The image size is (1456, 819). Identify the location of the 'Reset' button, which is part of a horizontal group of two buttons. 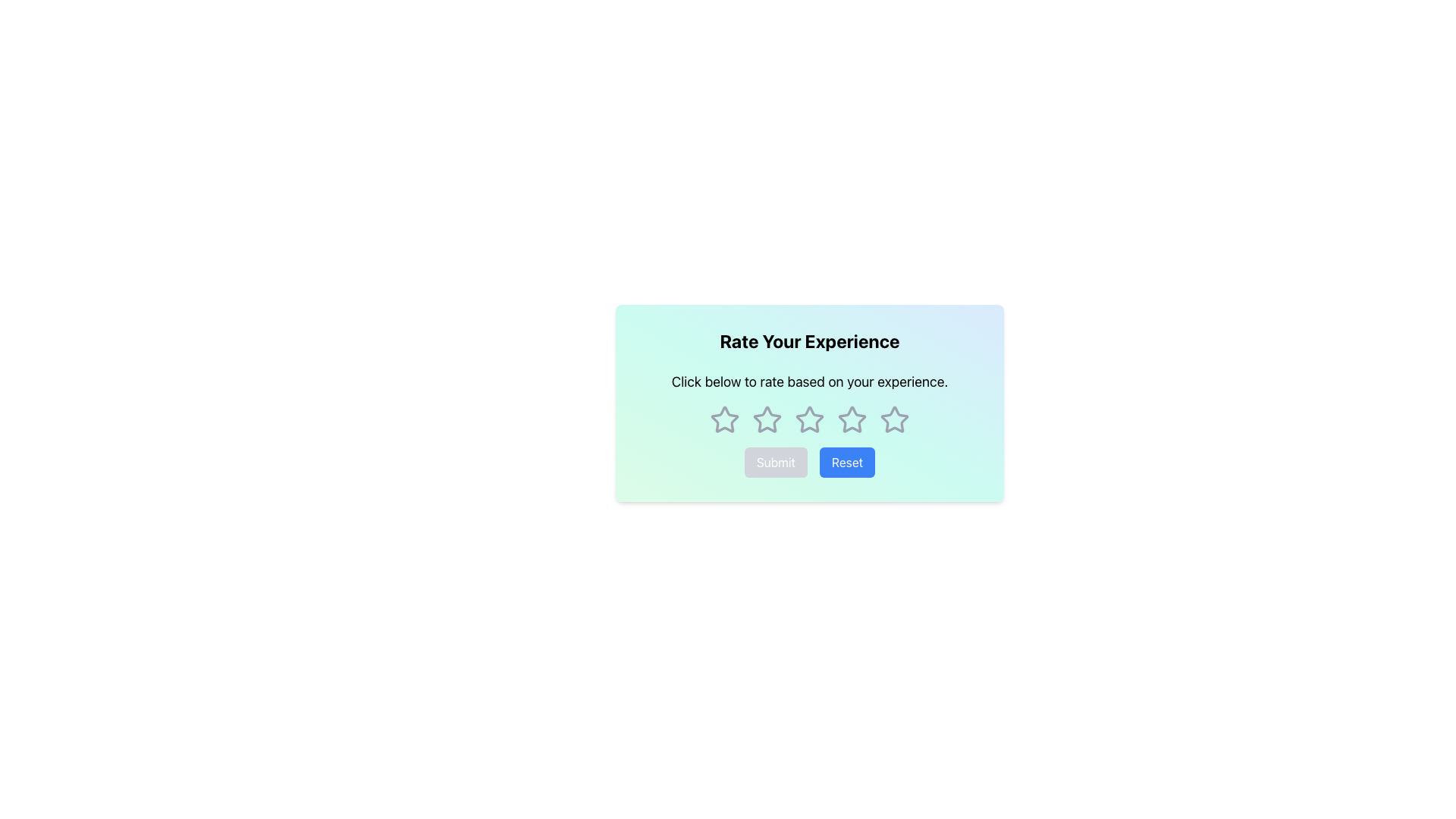
(809, 461).